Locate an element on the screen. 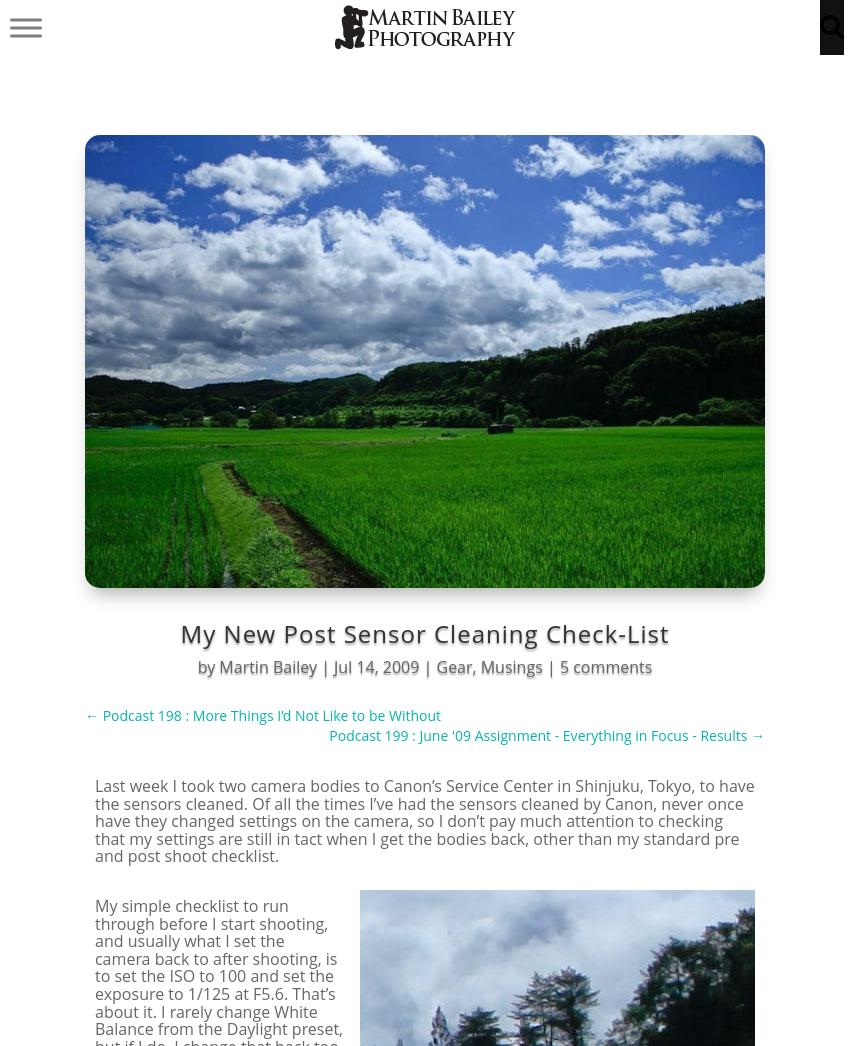 The image size is (850, 1046). ',' is located at coordinates (476, 666).